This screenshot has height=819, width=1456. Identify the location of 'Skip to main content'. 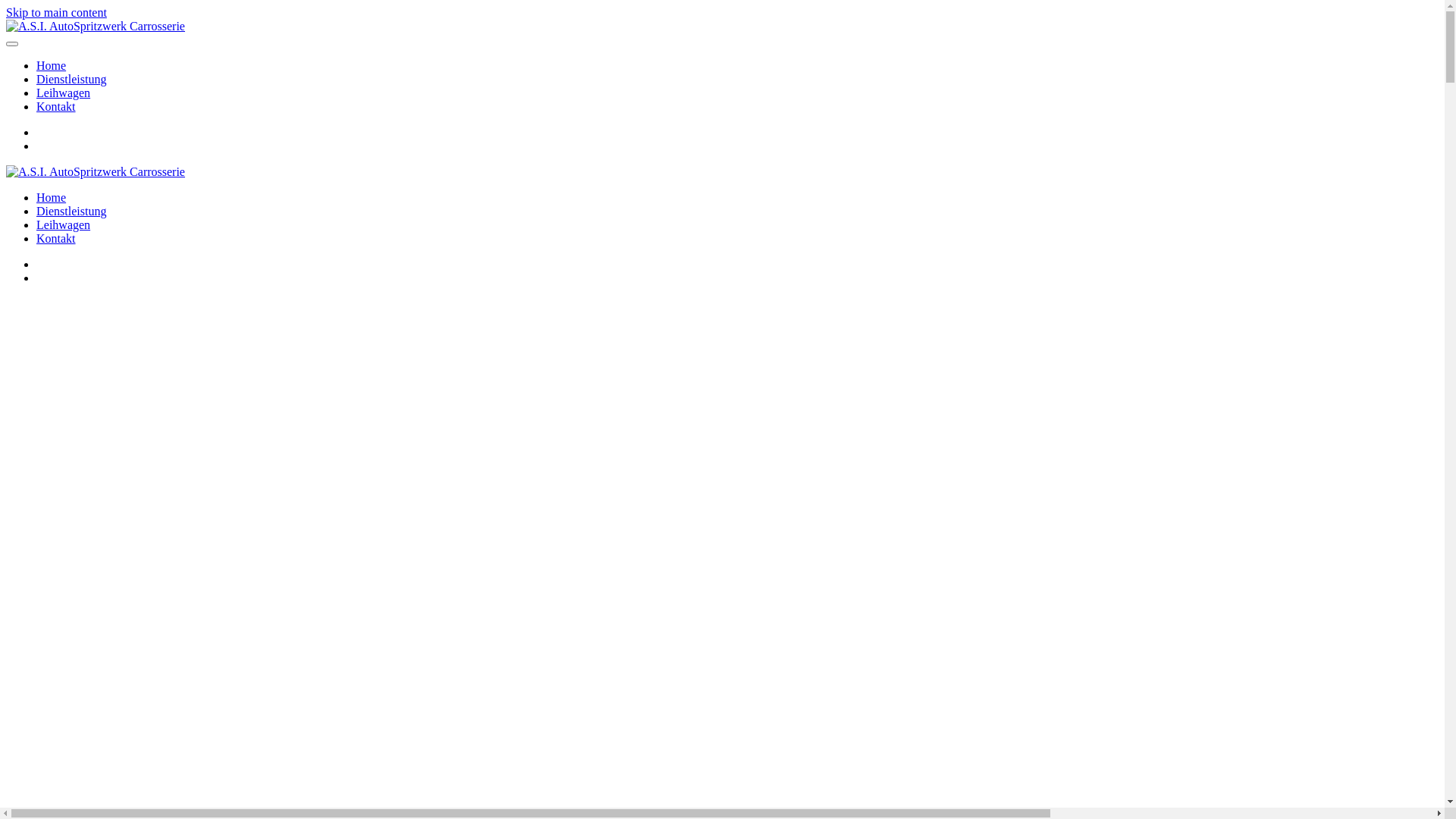
(56, 12).